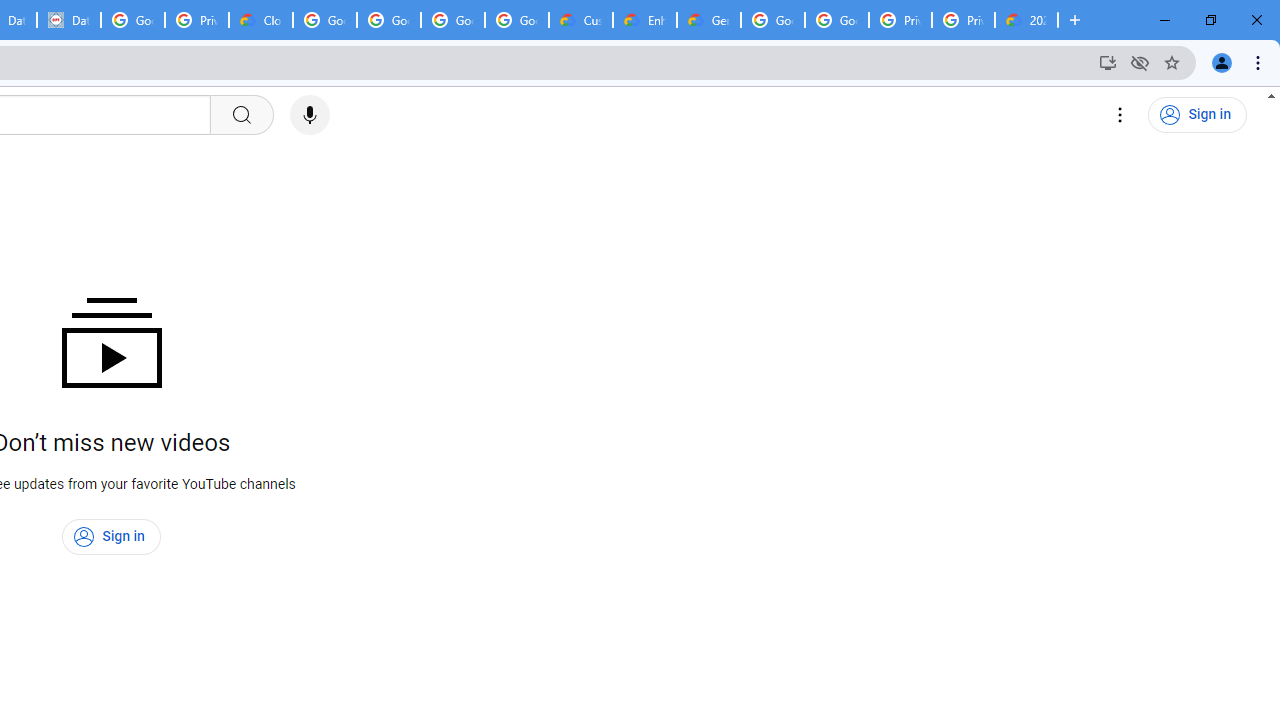  I want to click on 'Enhanced Support | Google Cloud', so click(645, 20).